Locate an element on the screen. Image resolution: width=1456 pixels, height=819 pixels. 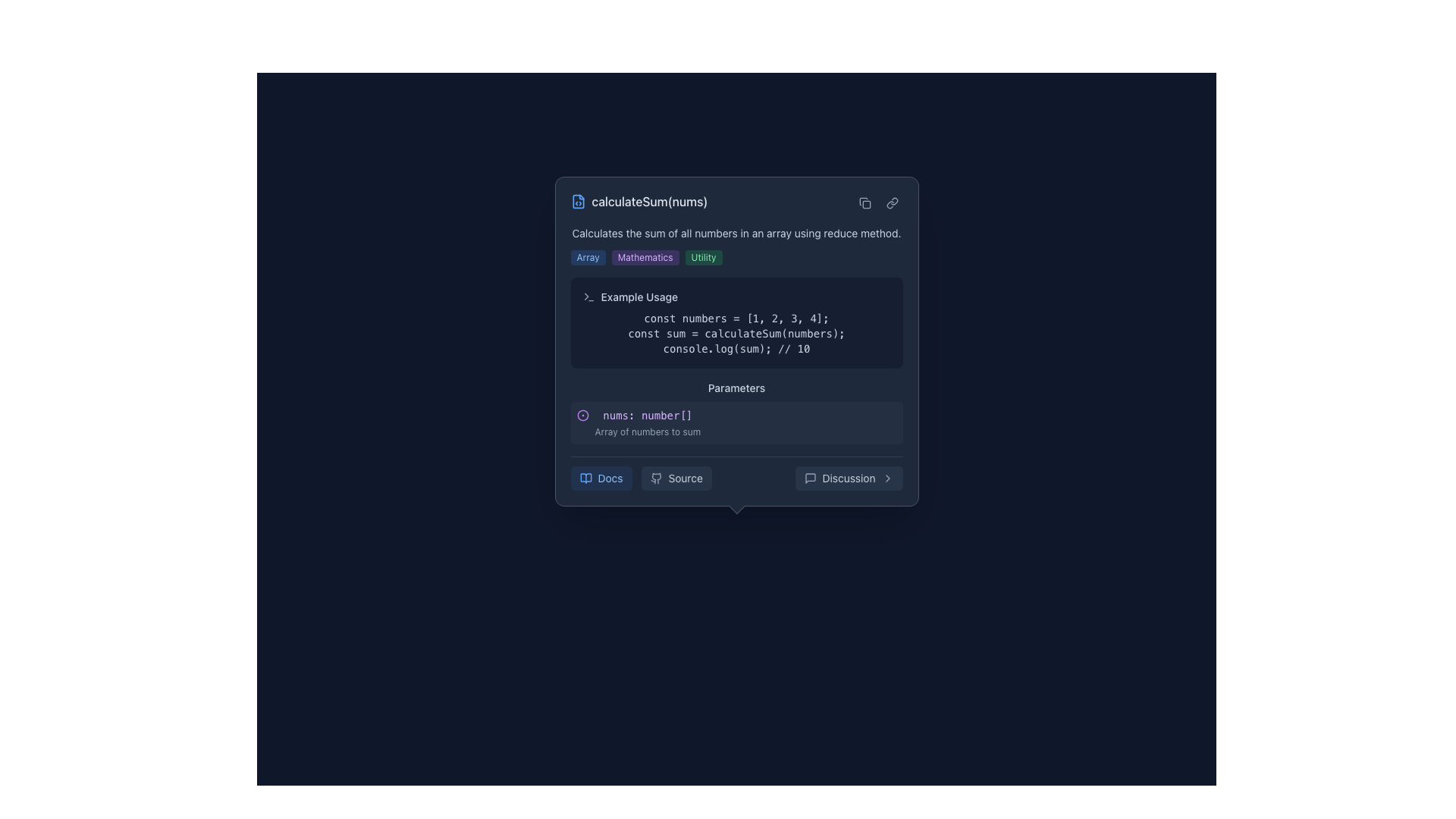
the text label reading 'Example Usage' styled with small text size and slate gray color, located in the upper section of a pop-up interface is located at coordinates (639, 297).